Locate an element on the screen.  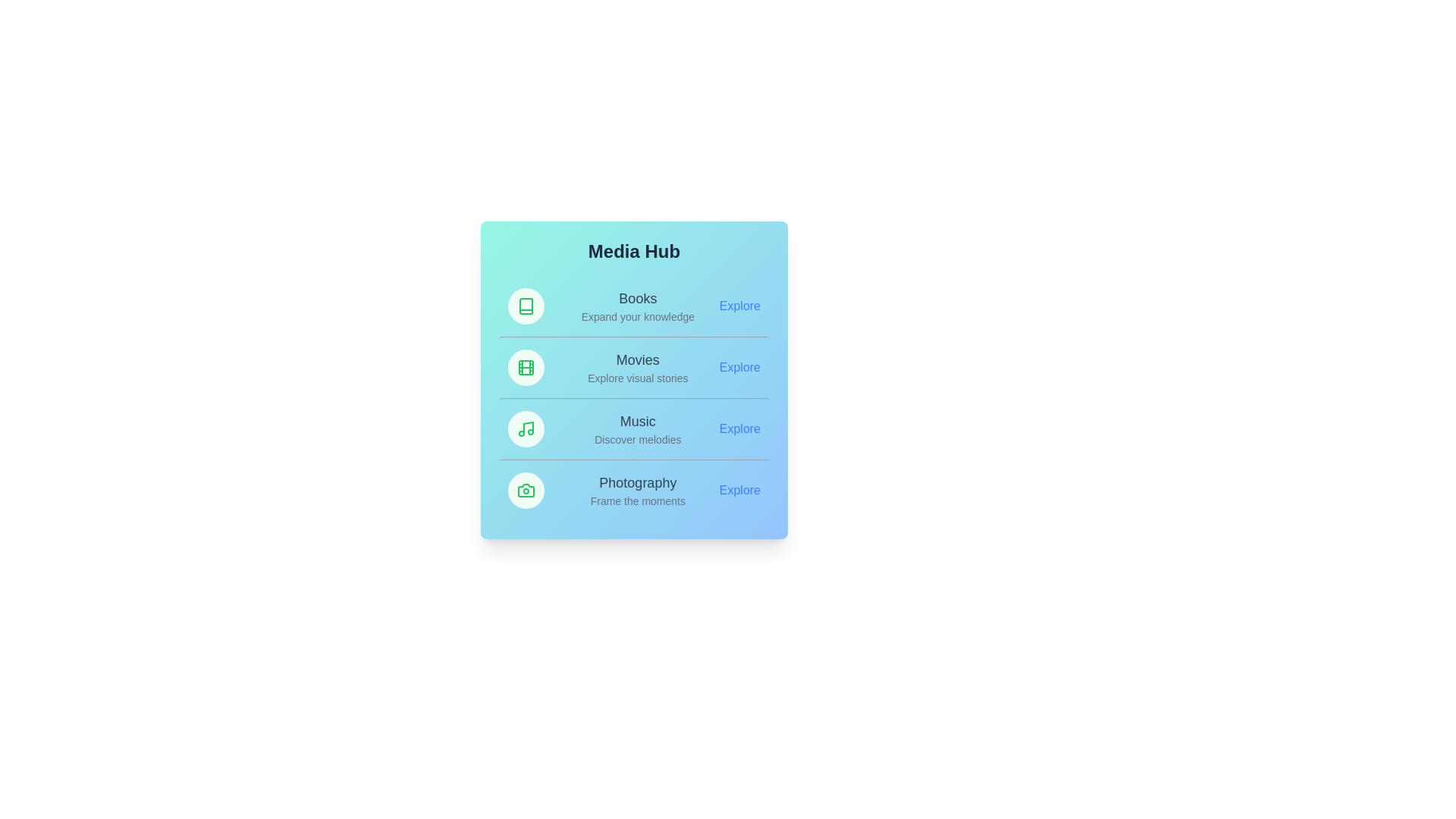
the 'Explore' link for the Photography category is located at coordinates (739, 491).